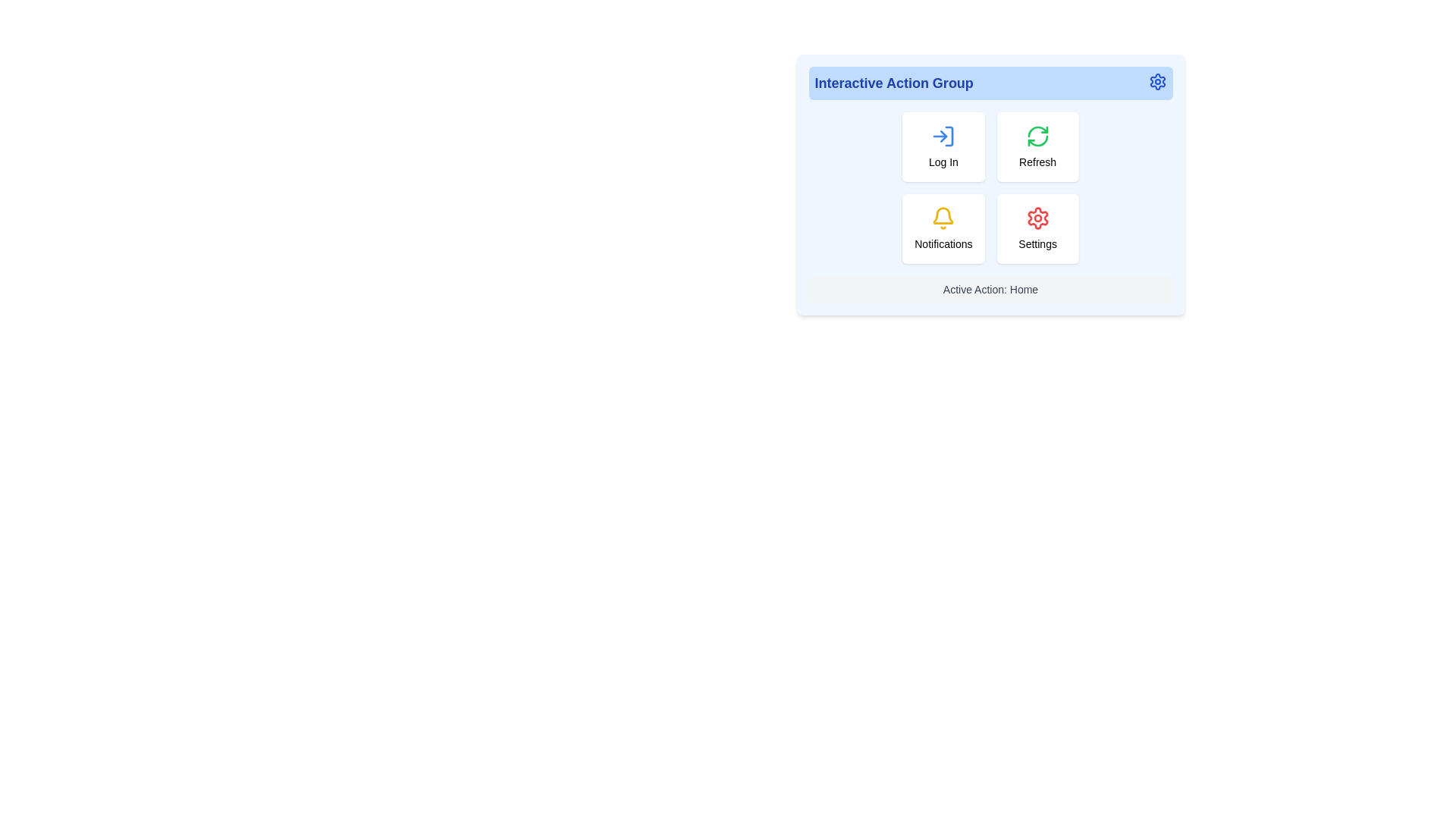 Image resolution: width=1456 pixels, height=819 pixels. What do you see at coordinates (1037, 243) in the screenshot?
I see `the text label displaying 'Settings' located in the bottom-right corner of the card labeled 'Interactive Action Group'` at bounding box center [1037, 243].